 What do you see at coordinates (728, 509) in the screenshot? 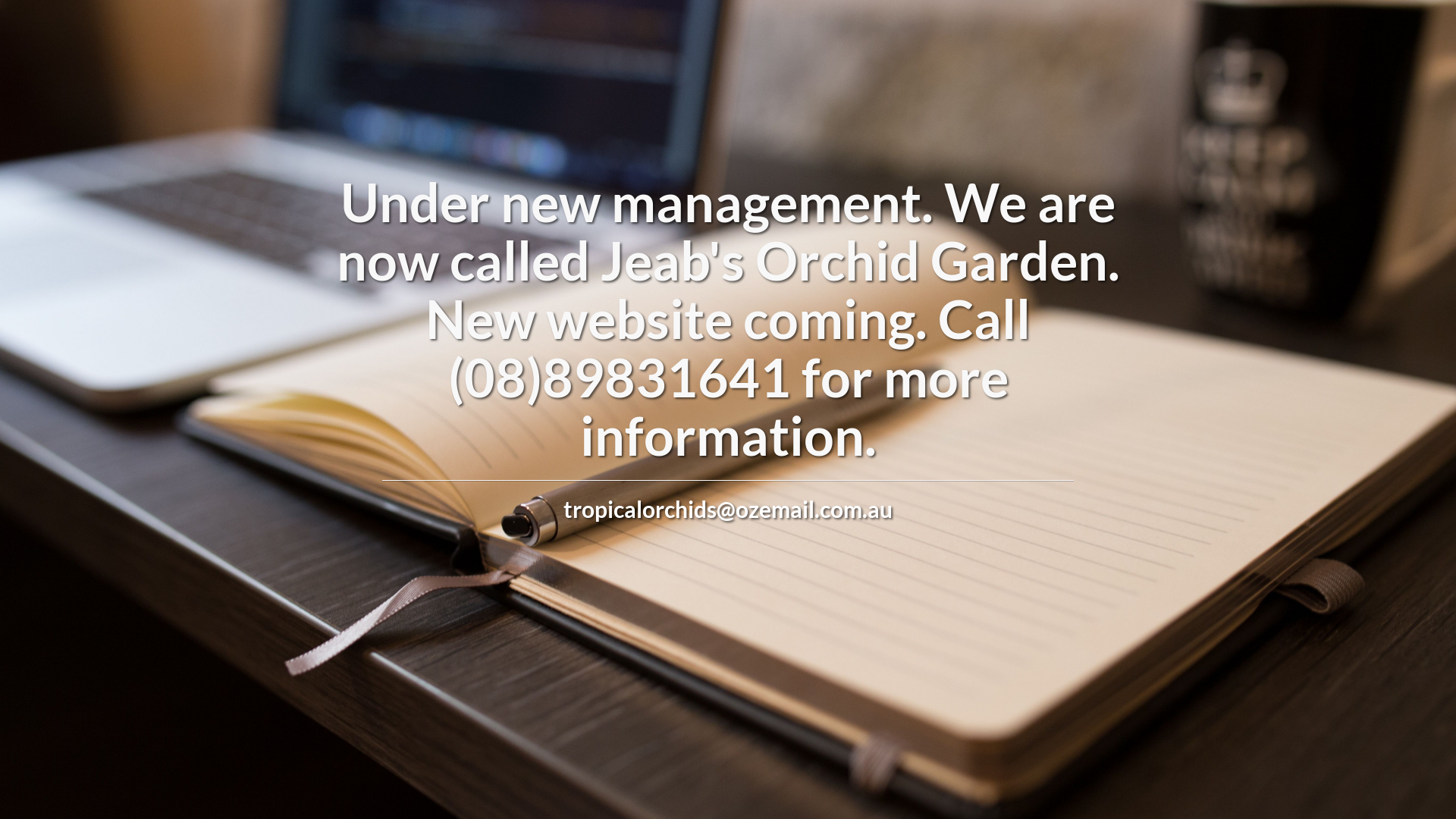
I see `'tropicalorchids@ozemail.com.au'` at bounding box center [728, 509].